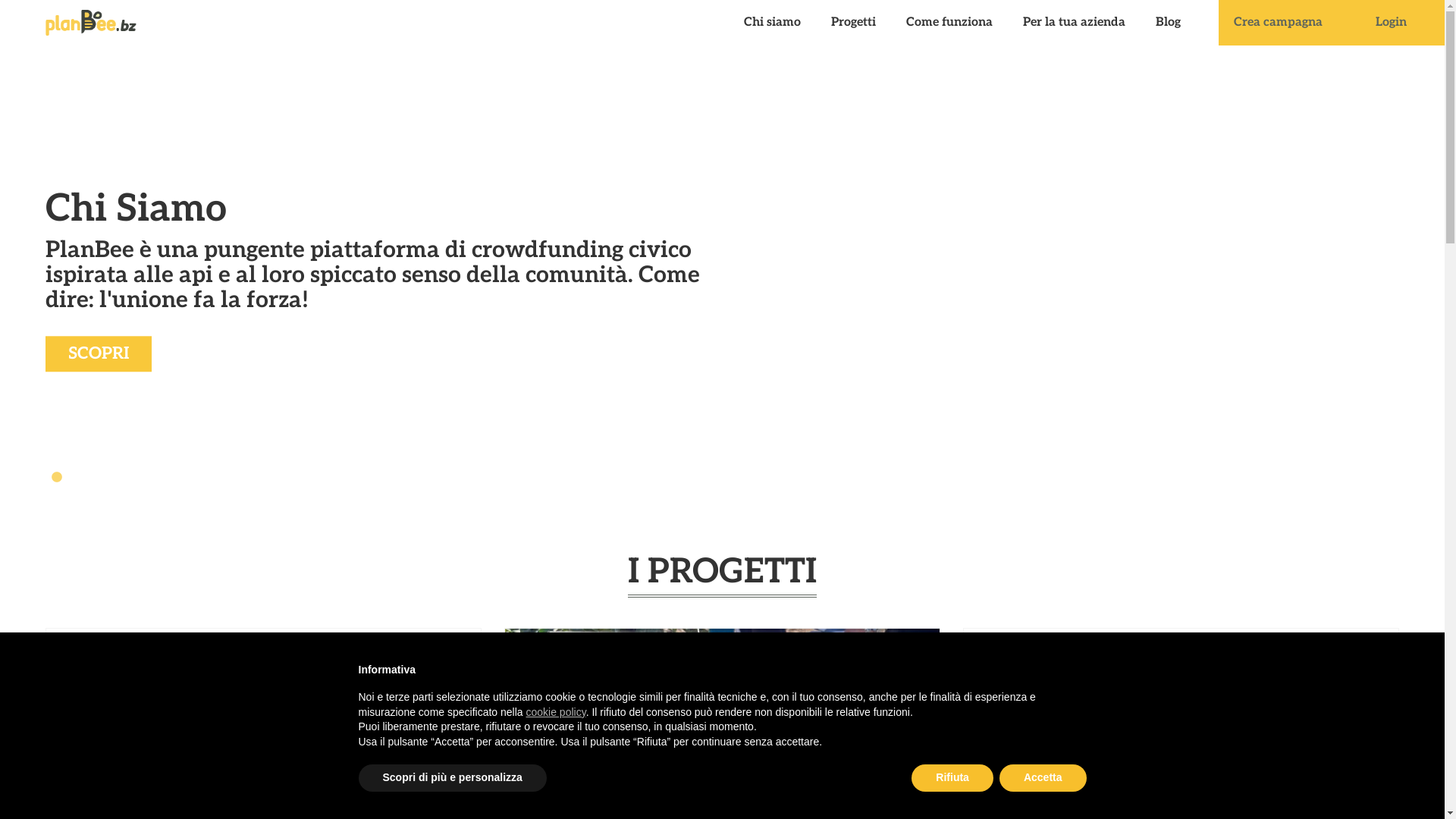  I want to click on 'Come funziona', so click(891, 23).